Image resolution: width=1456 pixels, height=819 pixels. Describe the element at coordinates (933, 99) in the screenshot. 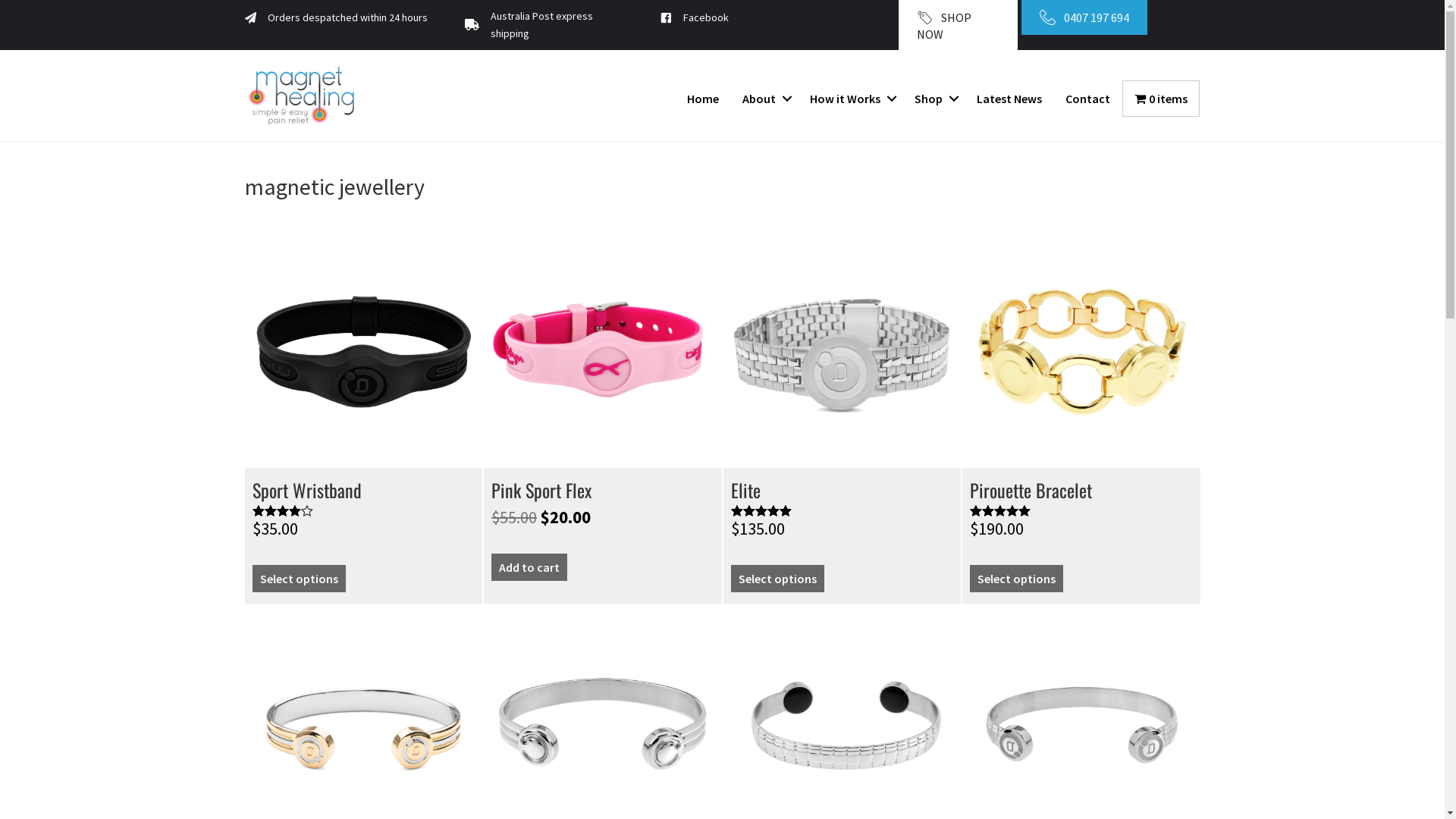

I see `'Shop'` at that location.